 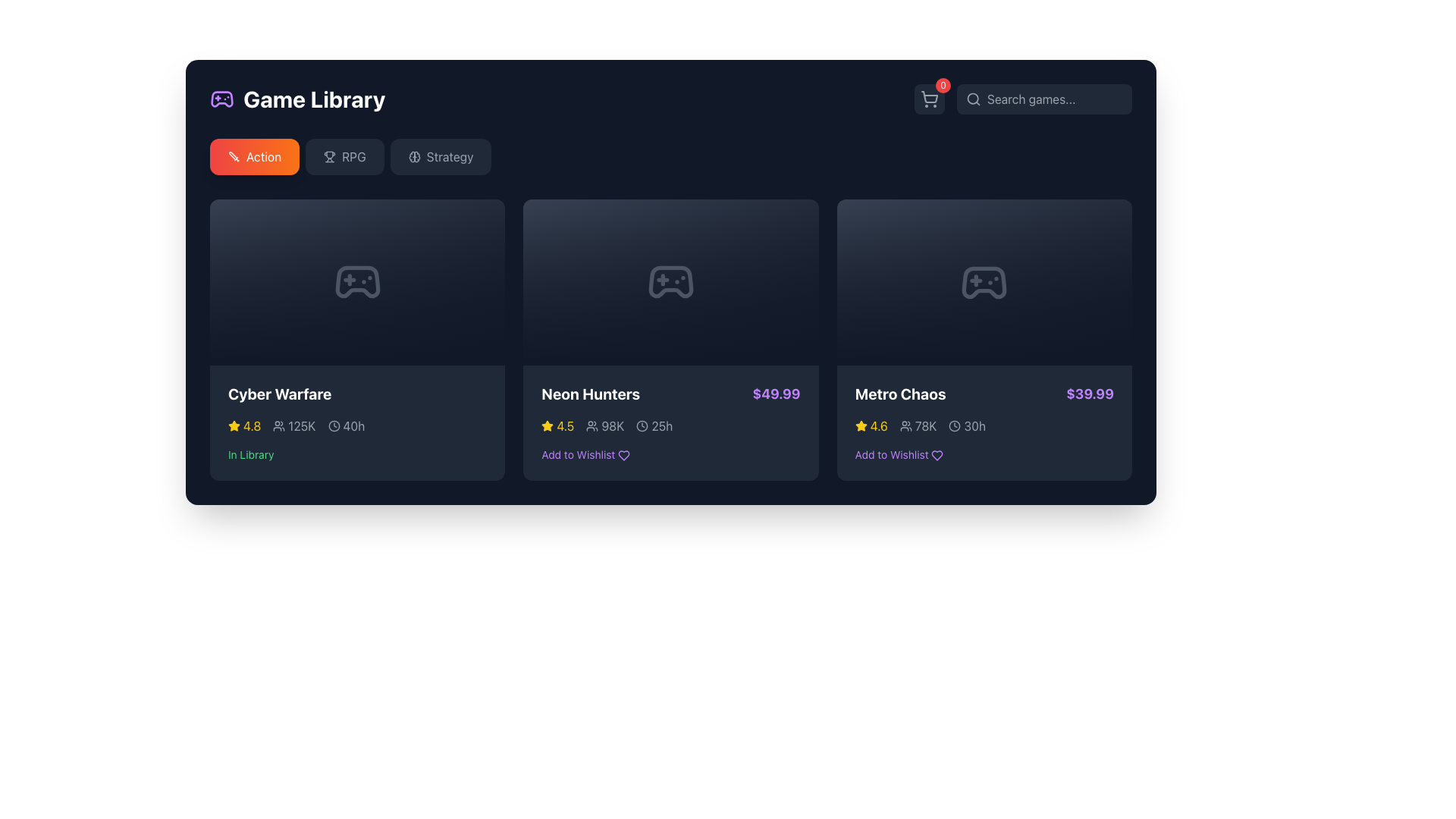 I want to click on the Text label displaying the user count, which is the second item in a list of three, located between the yellow star icon with a rating score of '4.8' and the clock icon with the text '40h', in the middle section of the interface below the title 'Cyber Warfare', so click(x=294, y=426).